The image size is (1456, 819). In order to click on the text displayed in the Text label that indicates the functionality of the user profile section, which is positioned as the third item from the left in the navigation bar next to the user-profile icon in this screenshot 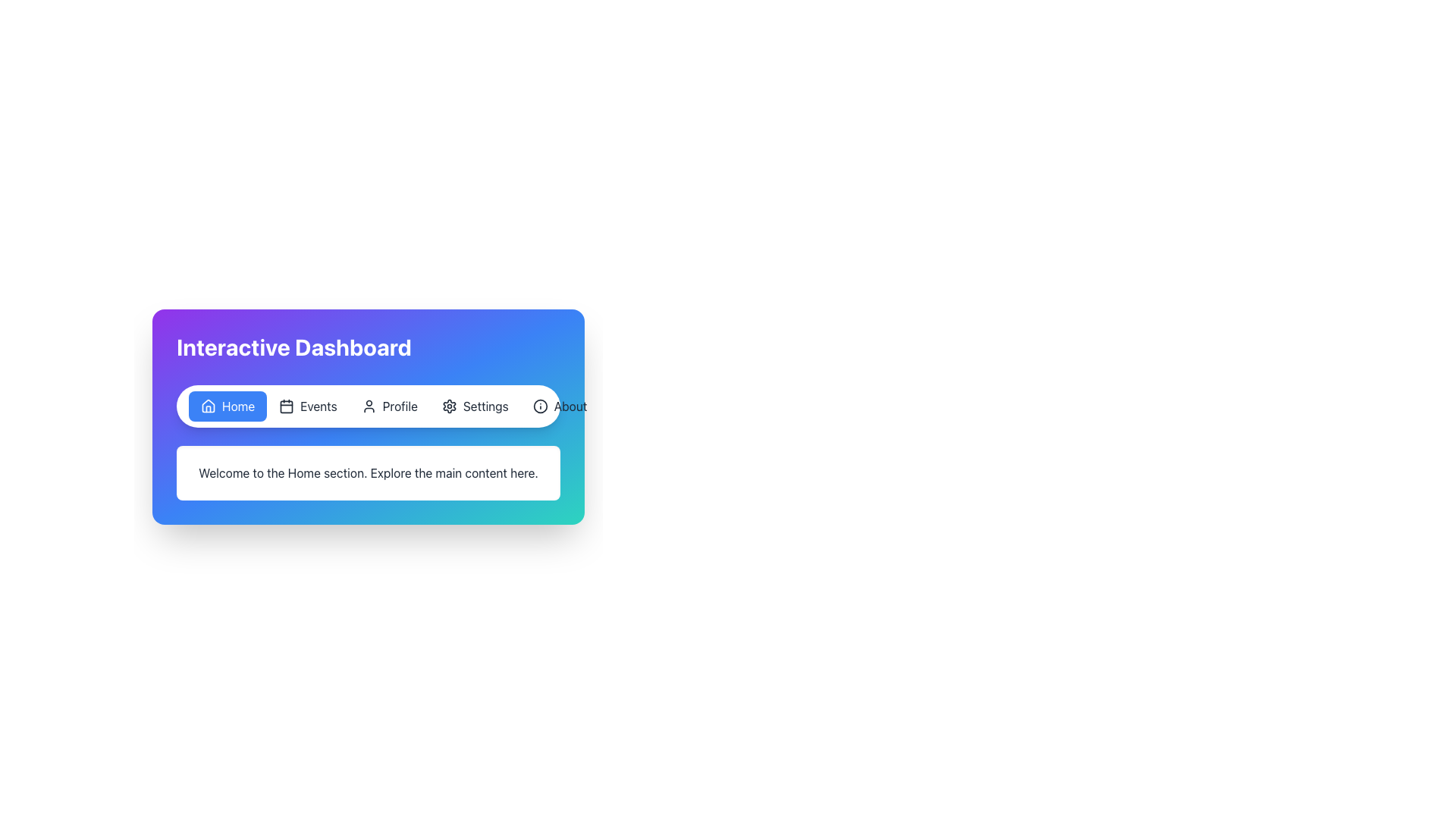, I will do `click(400, 406)`.